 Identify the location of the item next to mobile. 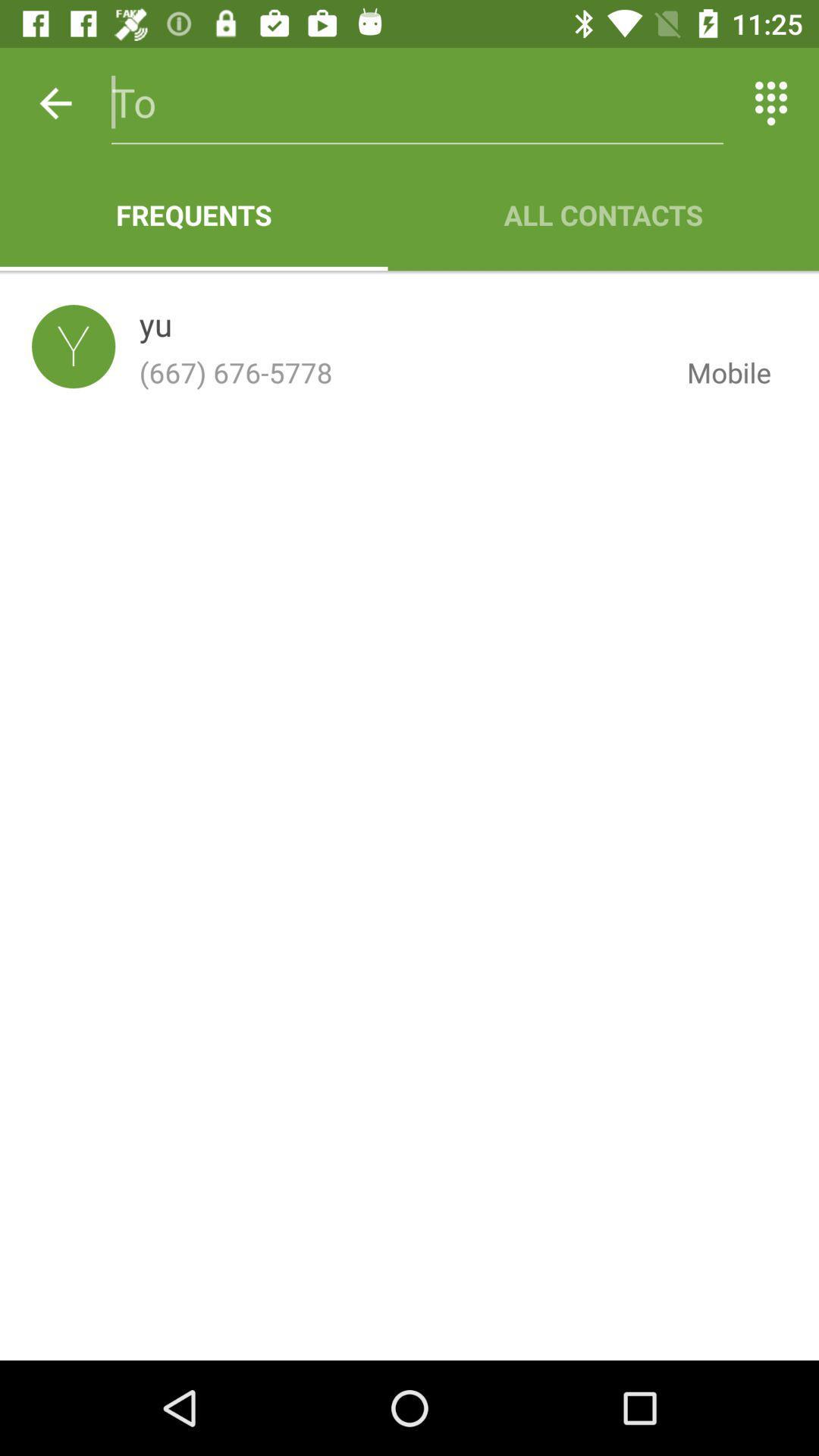
(155, 327).